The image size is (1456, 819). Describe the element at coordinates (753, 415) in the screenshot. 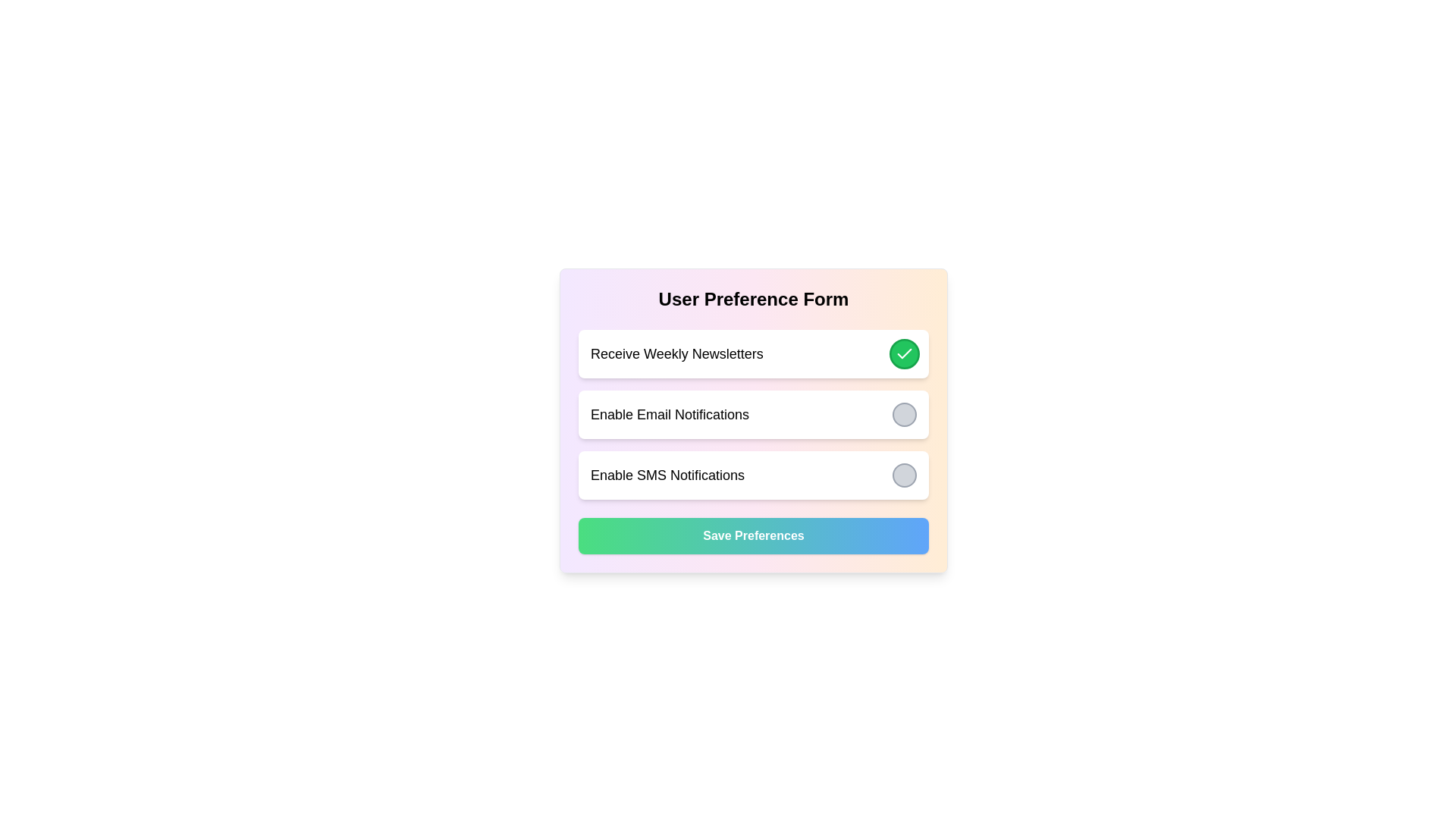

I see `the 'Enable Email Notifications' toggle option section` at that location.